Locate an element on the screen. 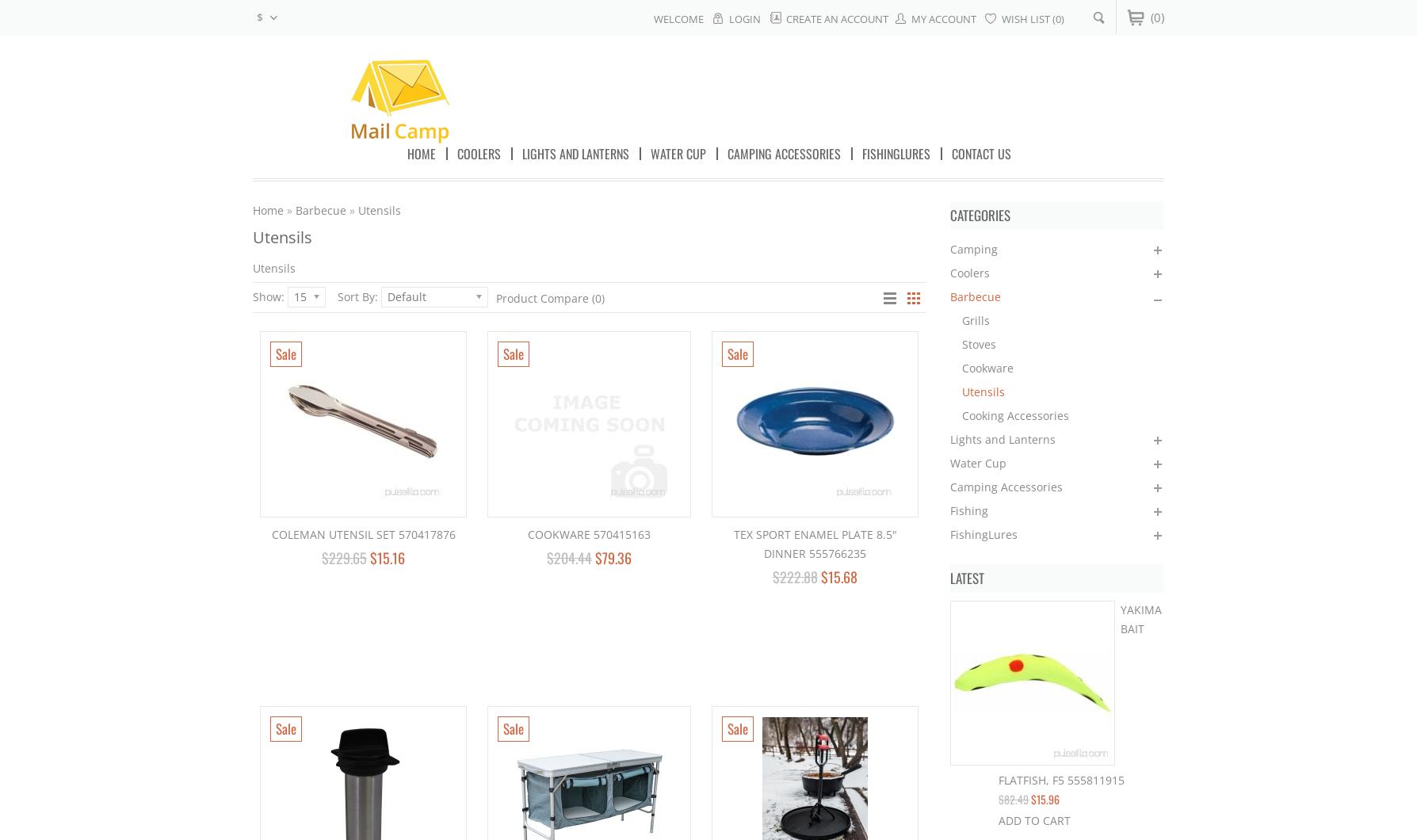 This screenshot has height=840, width=1417. 'Coleman Utensil Set   570417876' is located at coordinates (363, 533).